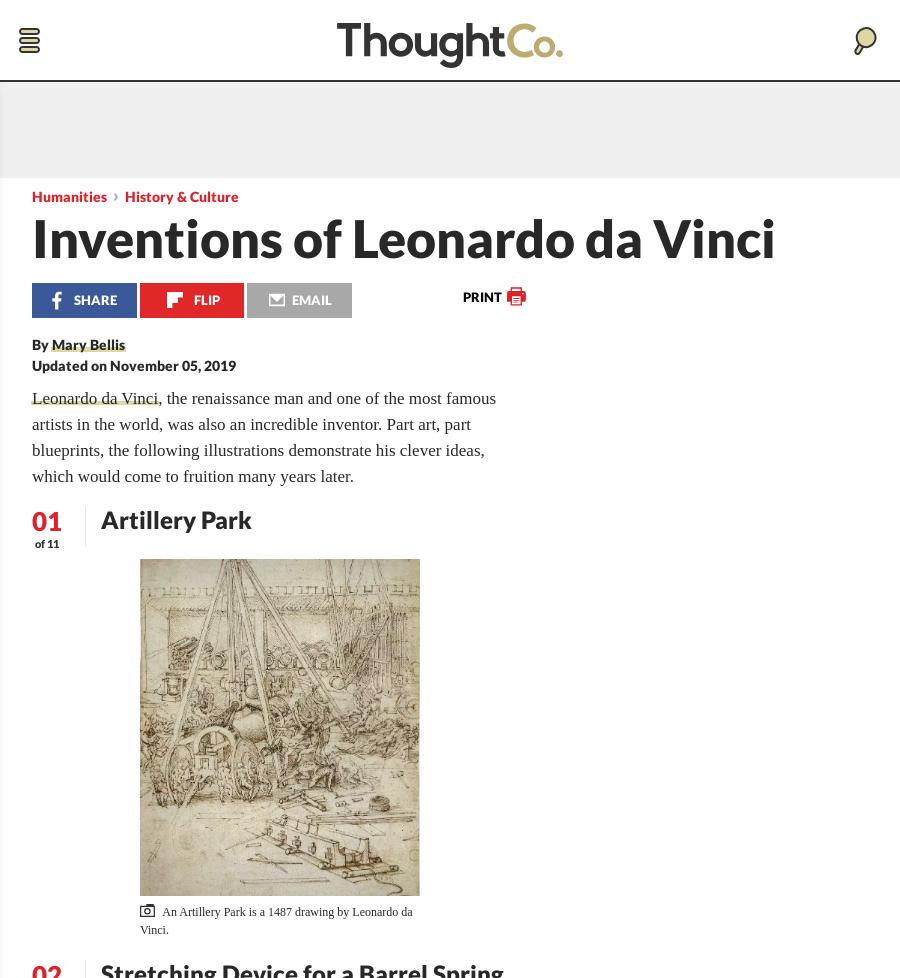 This screenshot has width=900, height=978. I want to click on 'Inventions of Leonardo da Vinci', so click(404, 238).